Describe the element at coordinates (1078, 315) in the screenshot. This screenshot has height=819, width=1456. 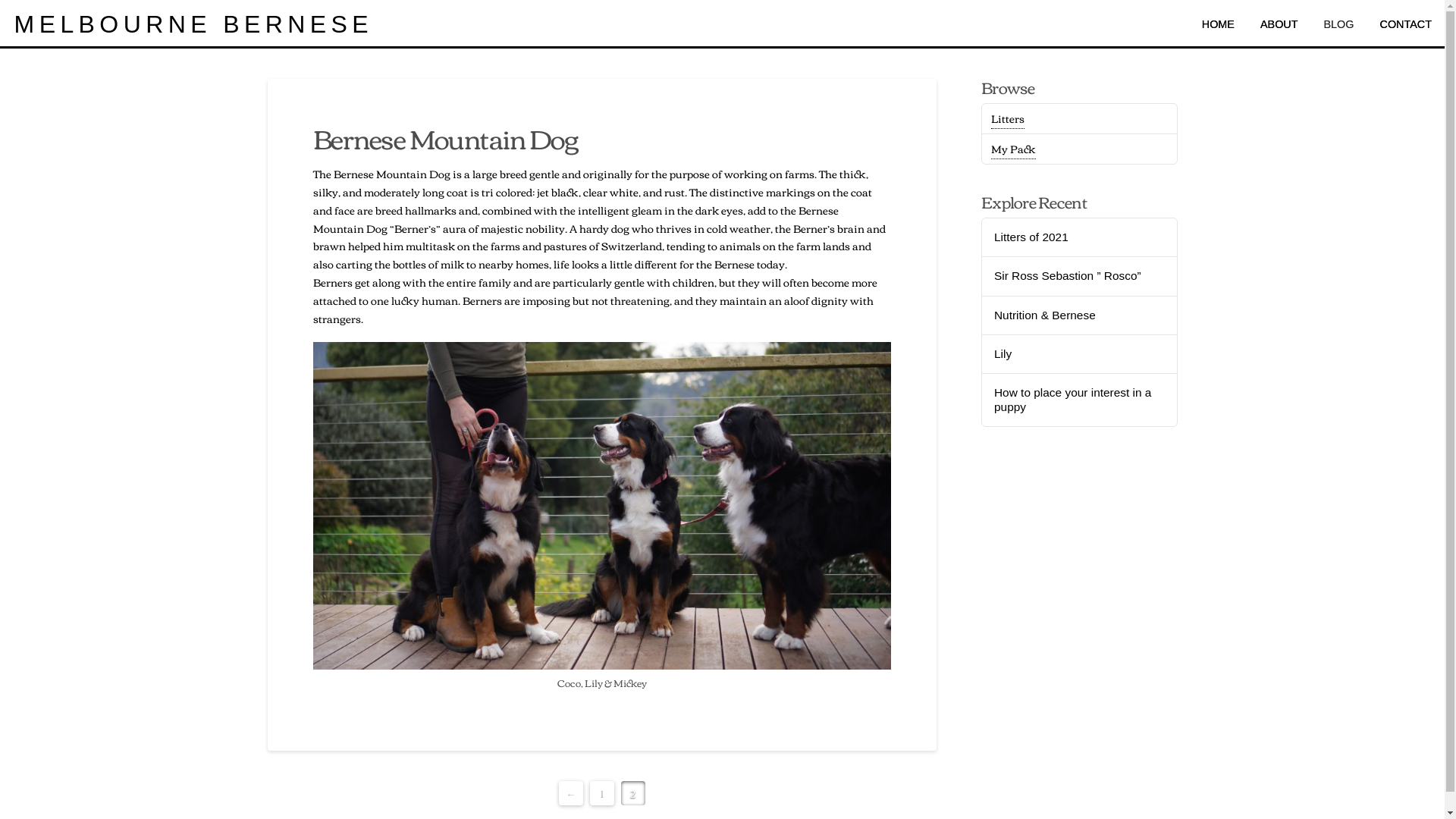
I see `'Nutrition & Bernese'` at that location.